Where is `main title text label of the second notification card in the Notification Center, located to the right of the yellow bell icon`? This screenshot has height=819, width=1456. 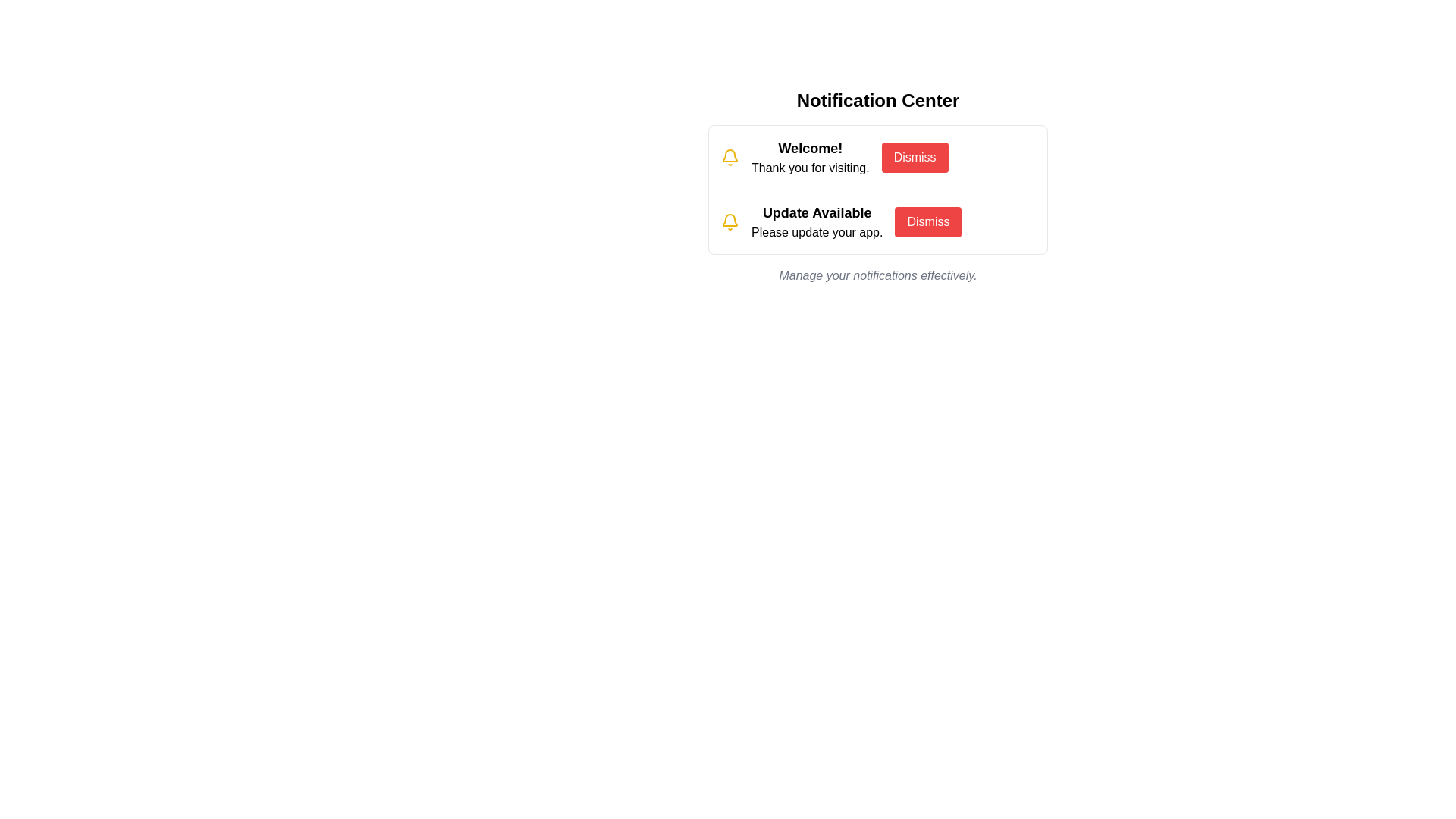 main title text label of the second notification card in the Notification Center, located to the right of the yellow bell icon is located at coordinates (816, 213).